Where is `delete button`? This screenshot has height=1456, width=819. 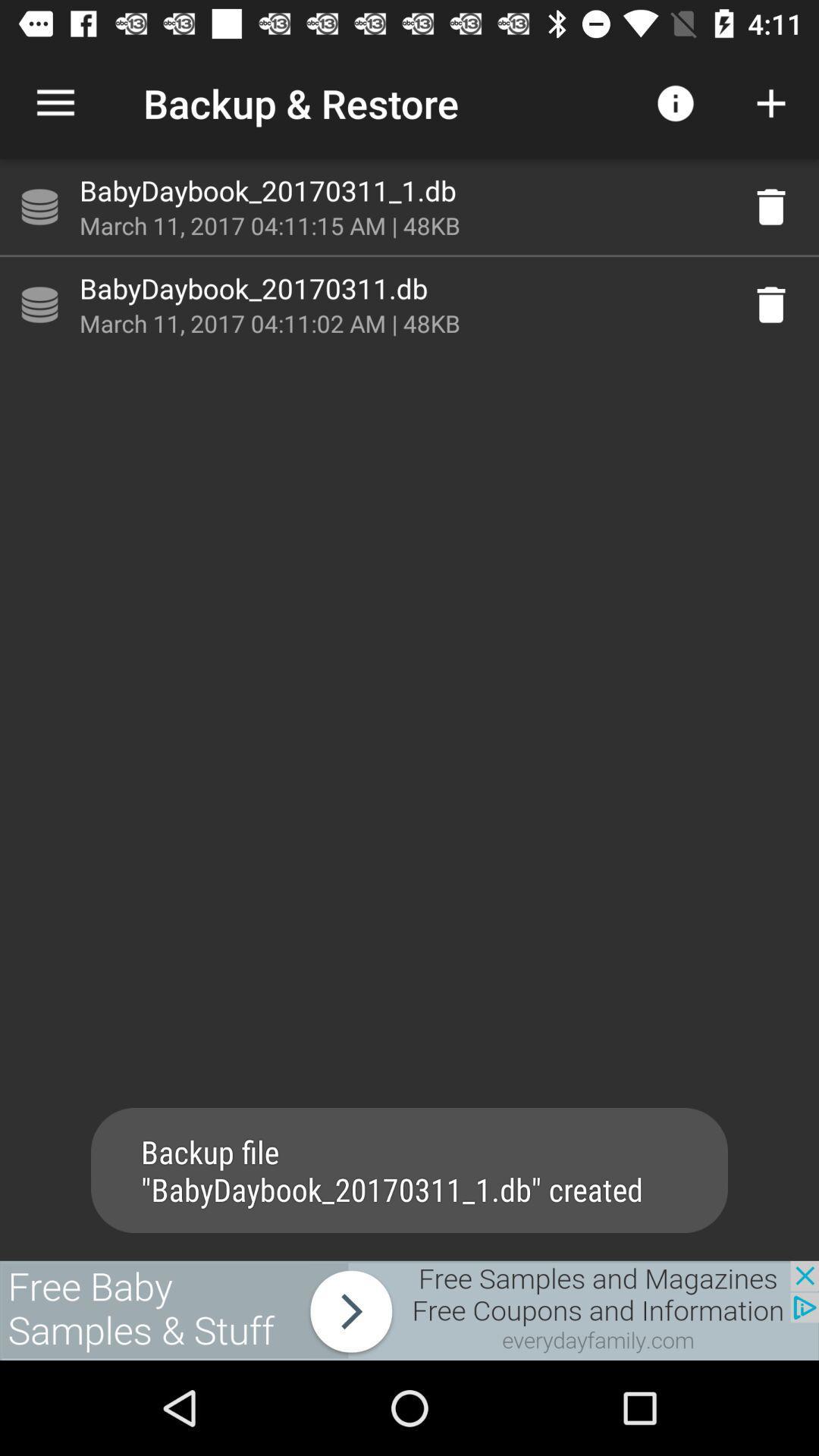
delete button is located at coordinates (771, 304).